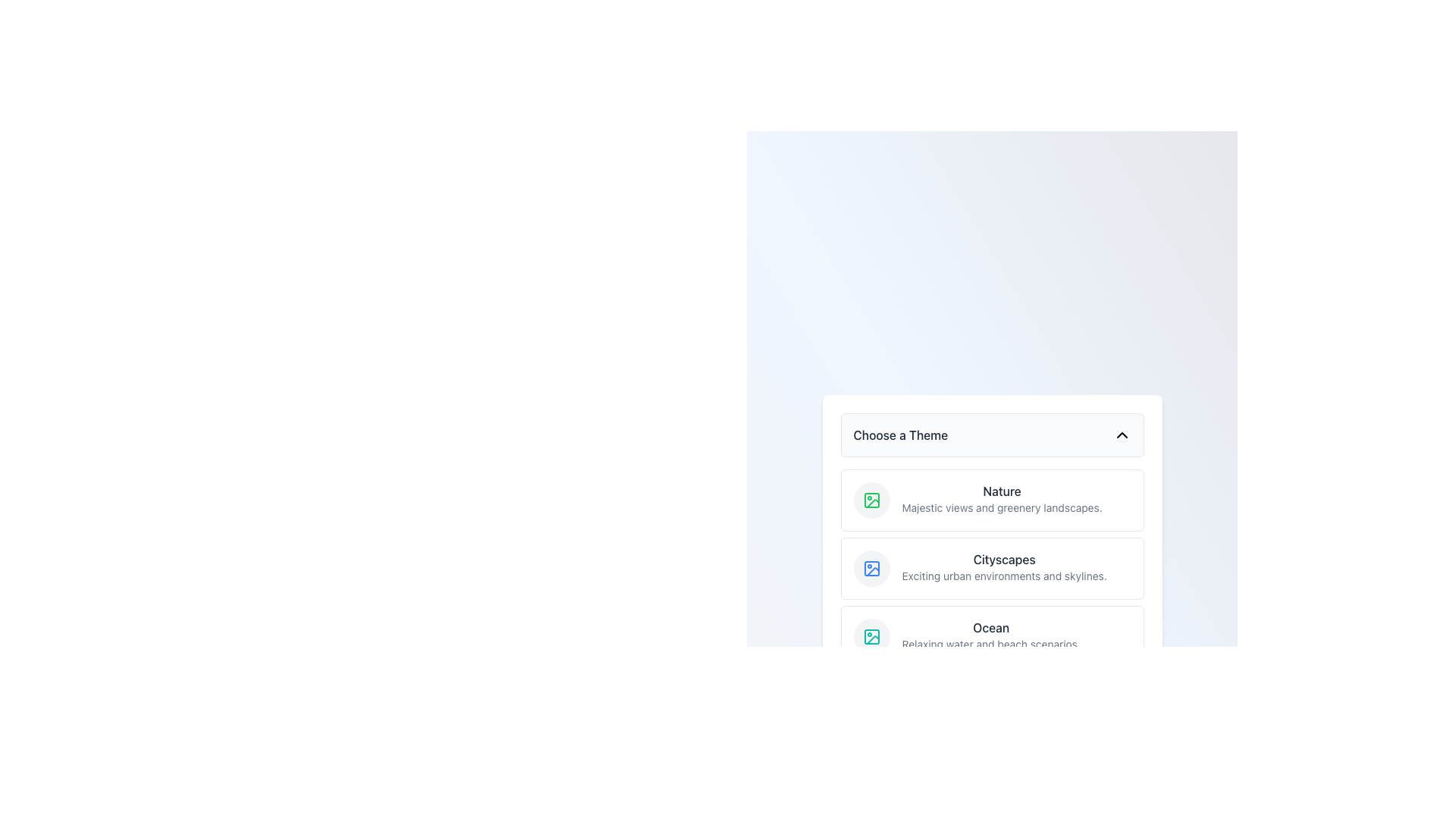  Describe the element at coordinates (992, 637) in the screenshot. I see `the 'Ocean' option selection item, which is the third item in a vertically stacked list of themed options` at that location.